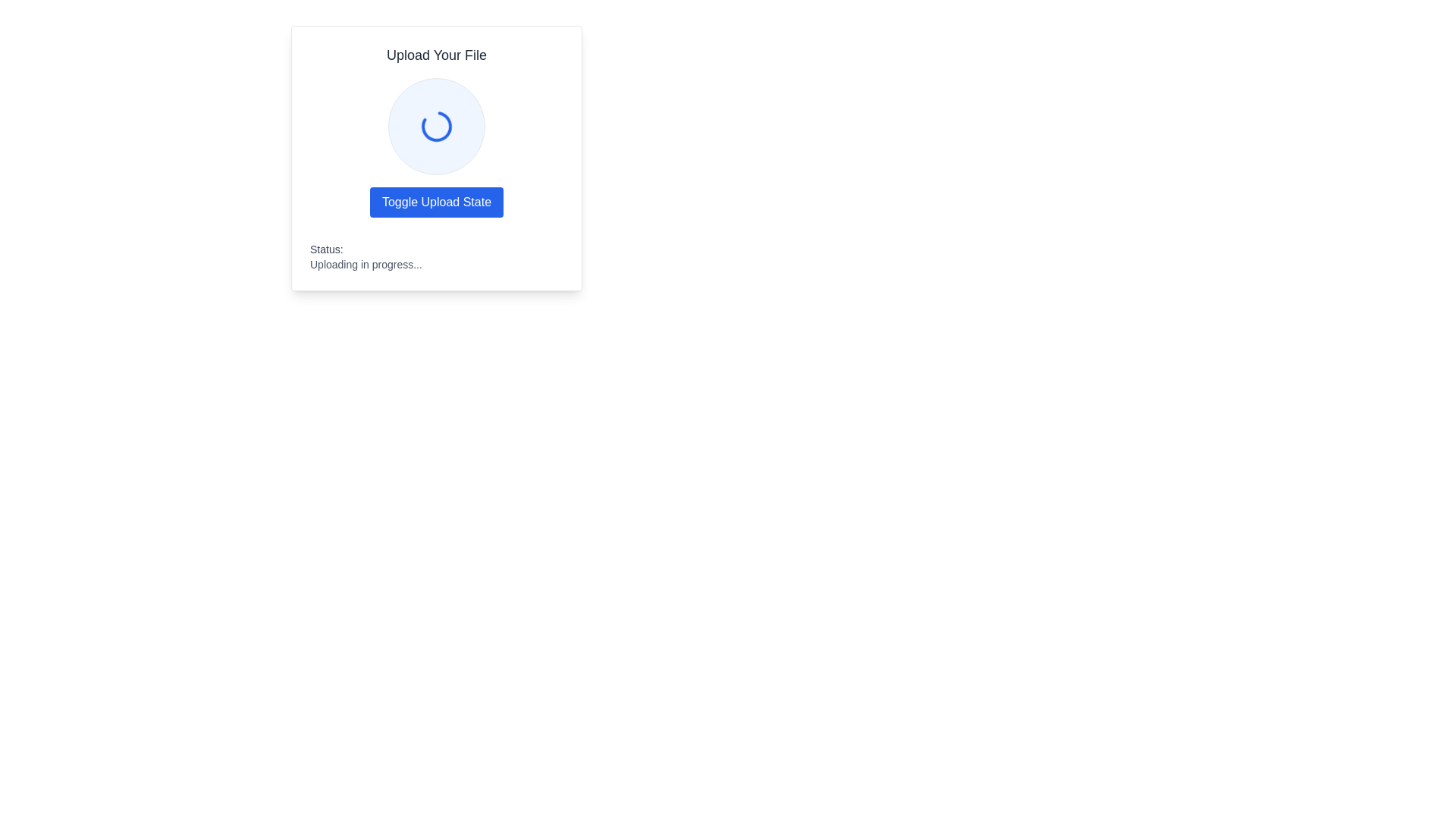  Describe the element at coordinates (366, 263) in the screenshot. I see `the text label displaying 'Uploading in progress...' which is styled with a small gray text on a white background, located below the upload control interface and aligned with the 'Status:' label` at that location.